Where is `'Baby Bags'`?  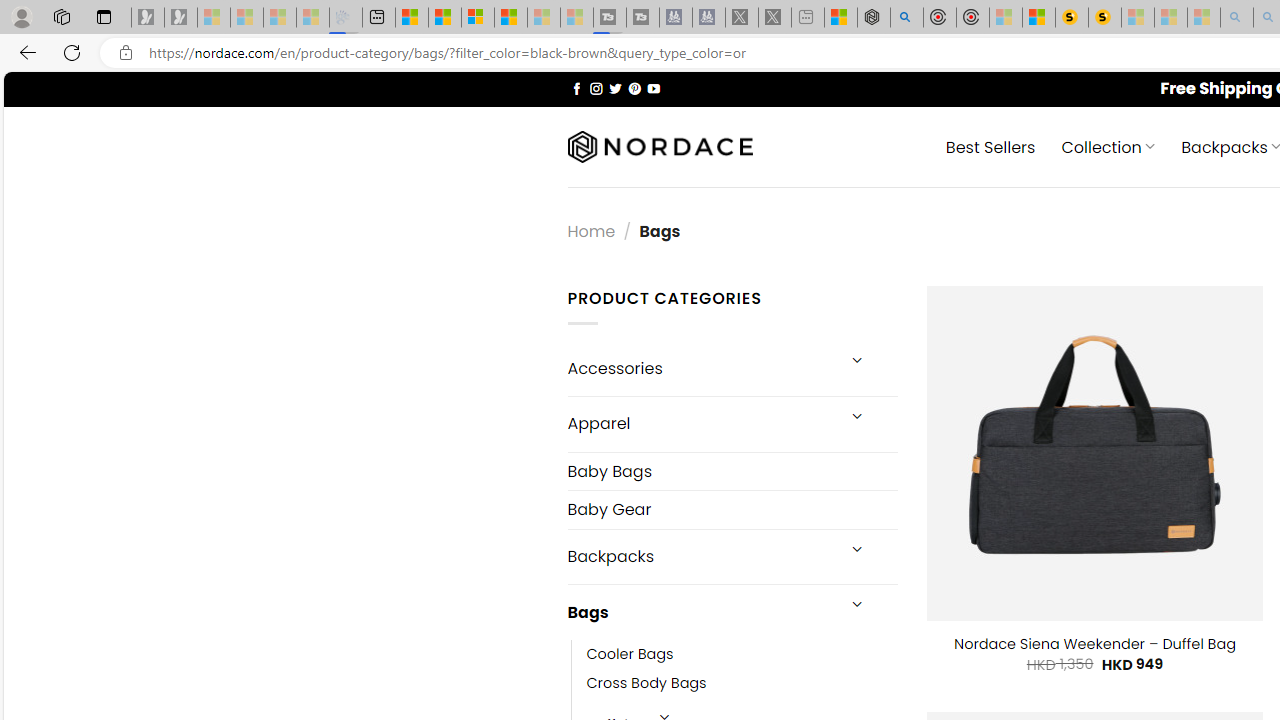 'Baby Bags' is located at coordinates (731, 470).